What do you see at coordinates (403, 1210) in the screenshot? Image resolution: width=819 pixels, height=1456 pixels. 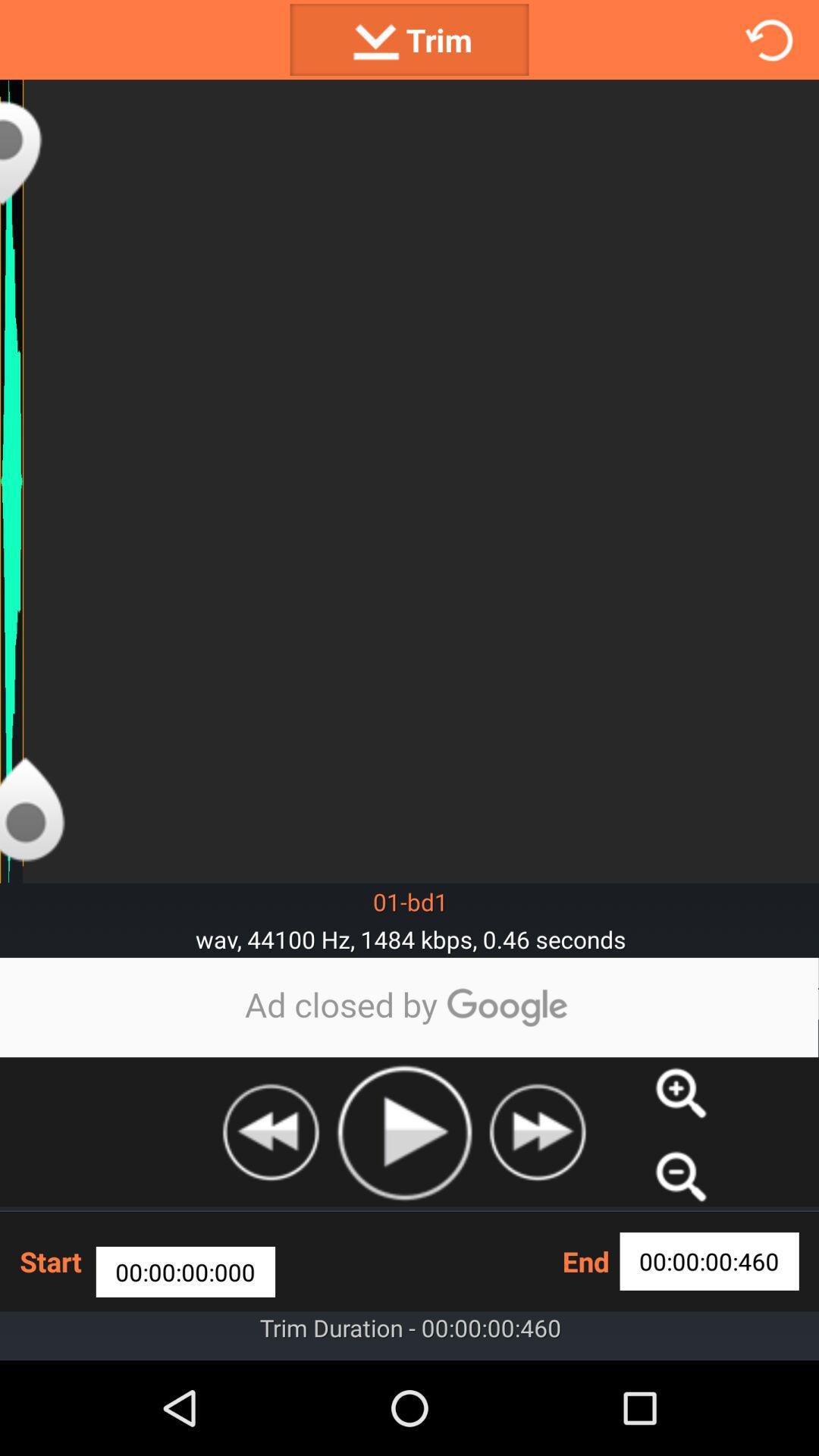 I see `the play icon` at bounding box center [403, 1210].